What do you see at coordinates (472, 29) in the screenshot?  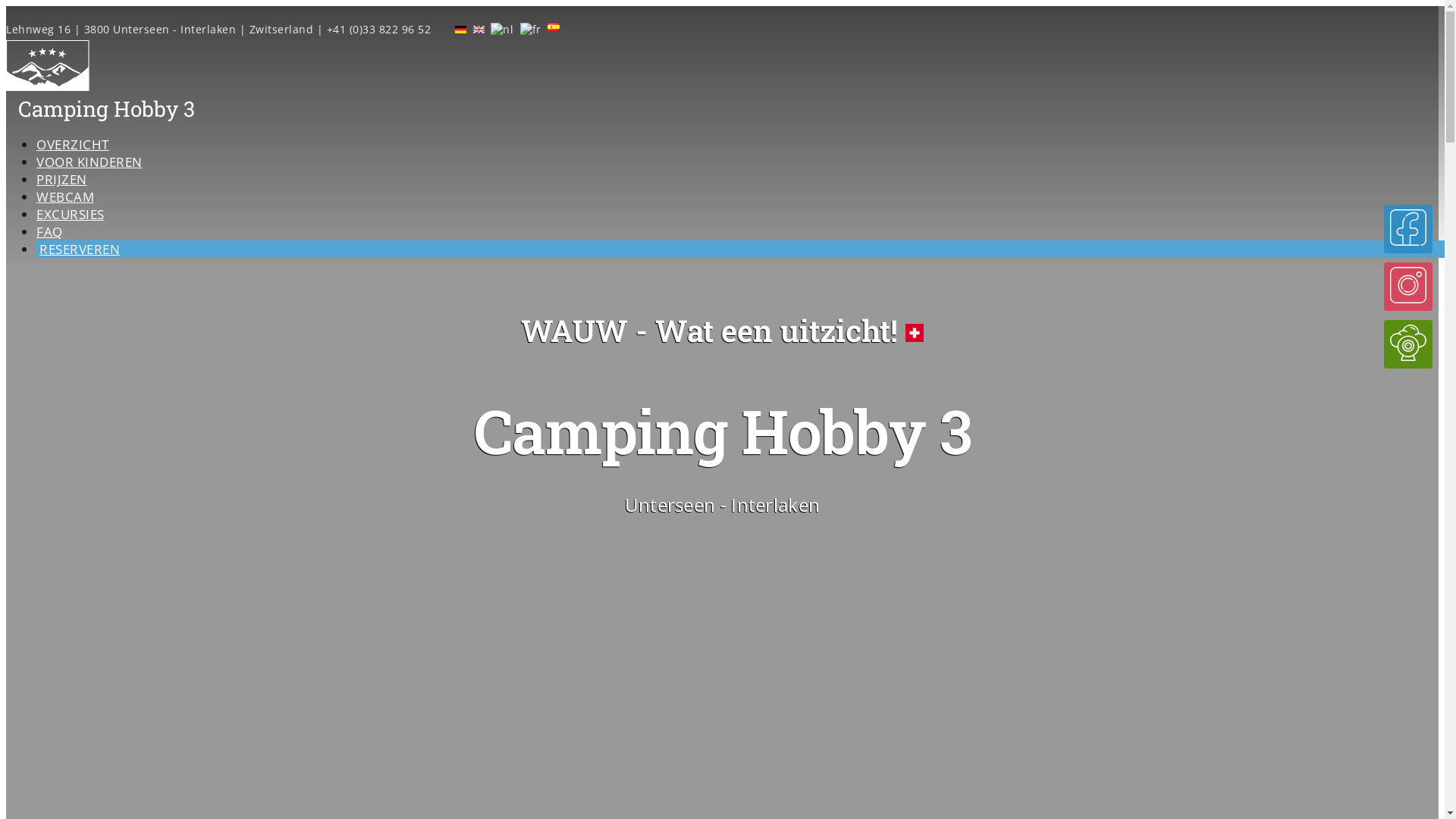 I see `'English'` at bounding box center [472, 29].